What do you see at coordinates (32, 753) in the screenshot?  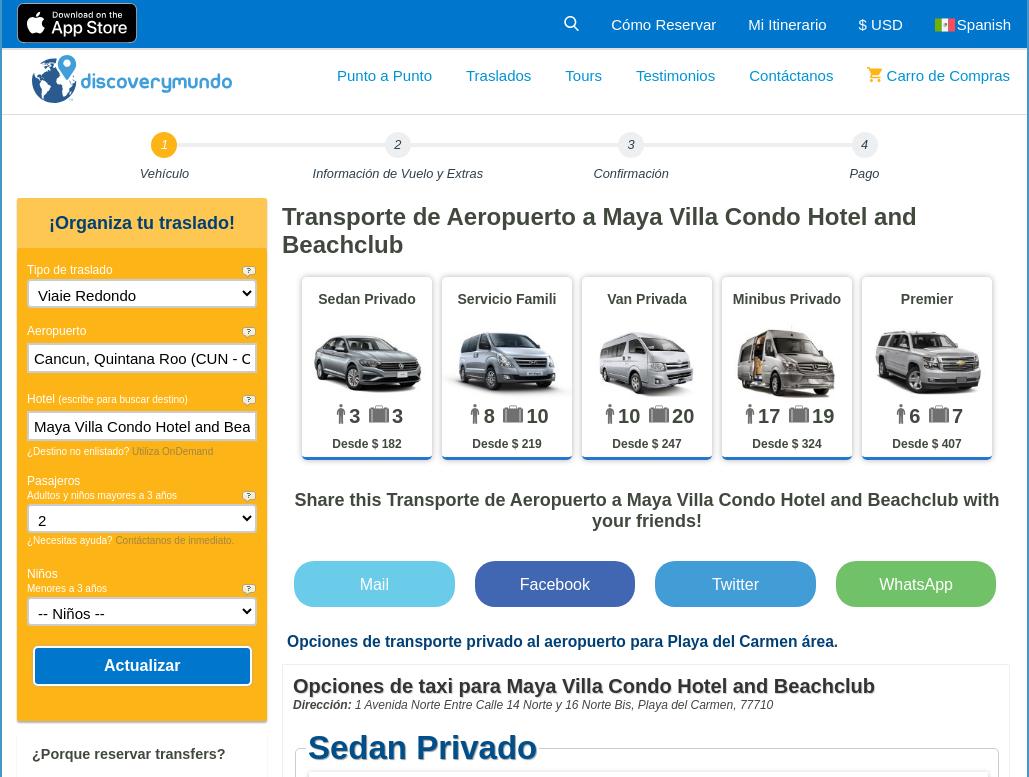 I see `'¿Porque reservar transfers?'` at bounding box center [32, 753].